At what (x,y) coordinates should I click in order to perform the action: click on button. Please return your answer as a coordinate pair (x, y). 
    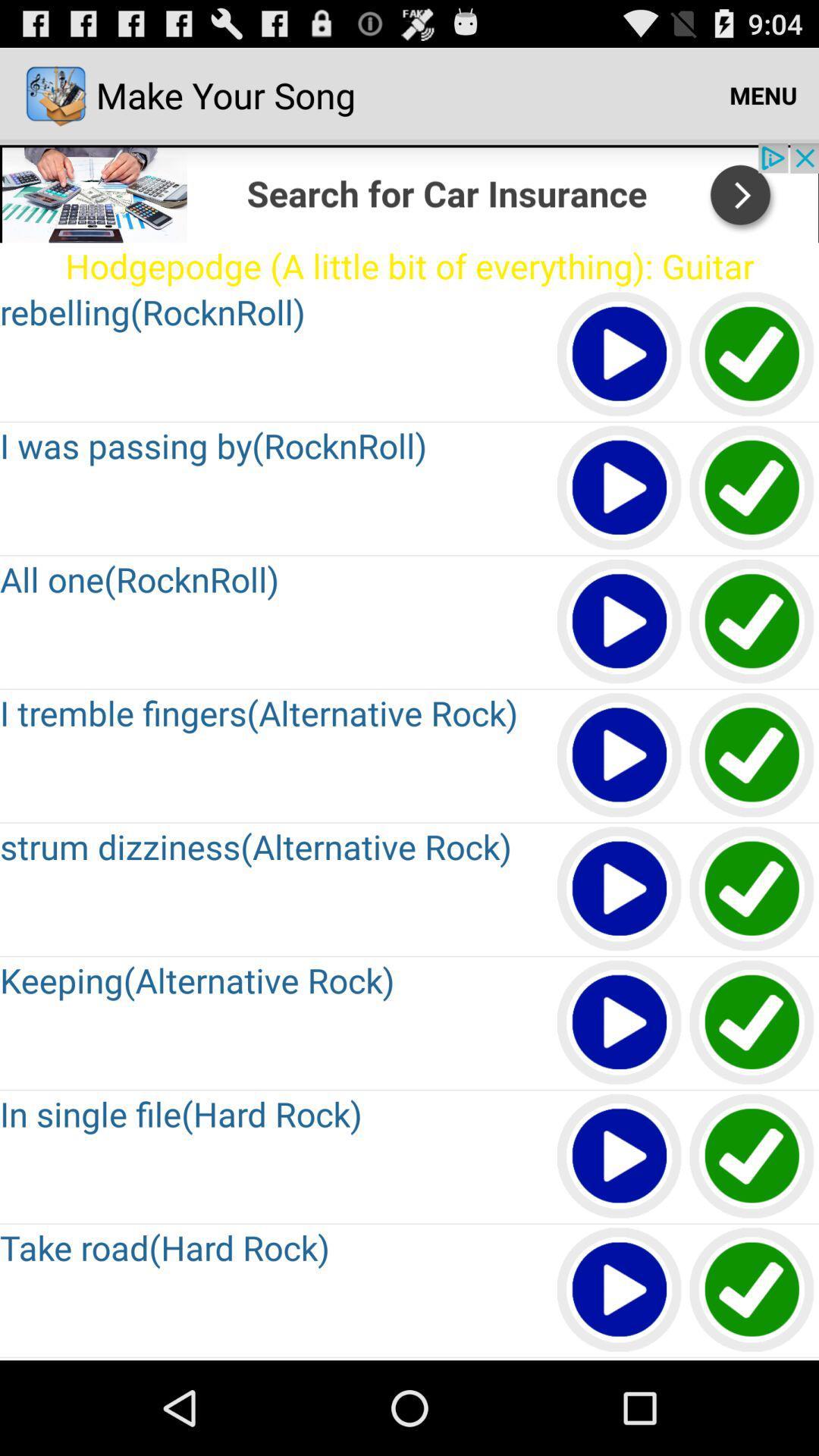
    Looking at the image, I should click on (620, 890).